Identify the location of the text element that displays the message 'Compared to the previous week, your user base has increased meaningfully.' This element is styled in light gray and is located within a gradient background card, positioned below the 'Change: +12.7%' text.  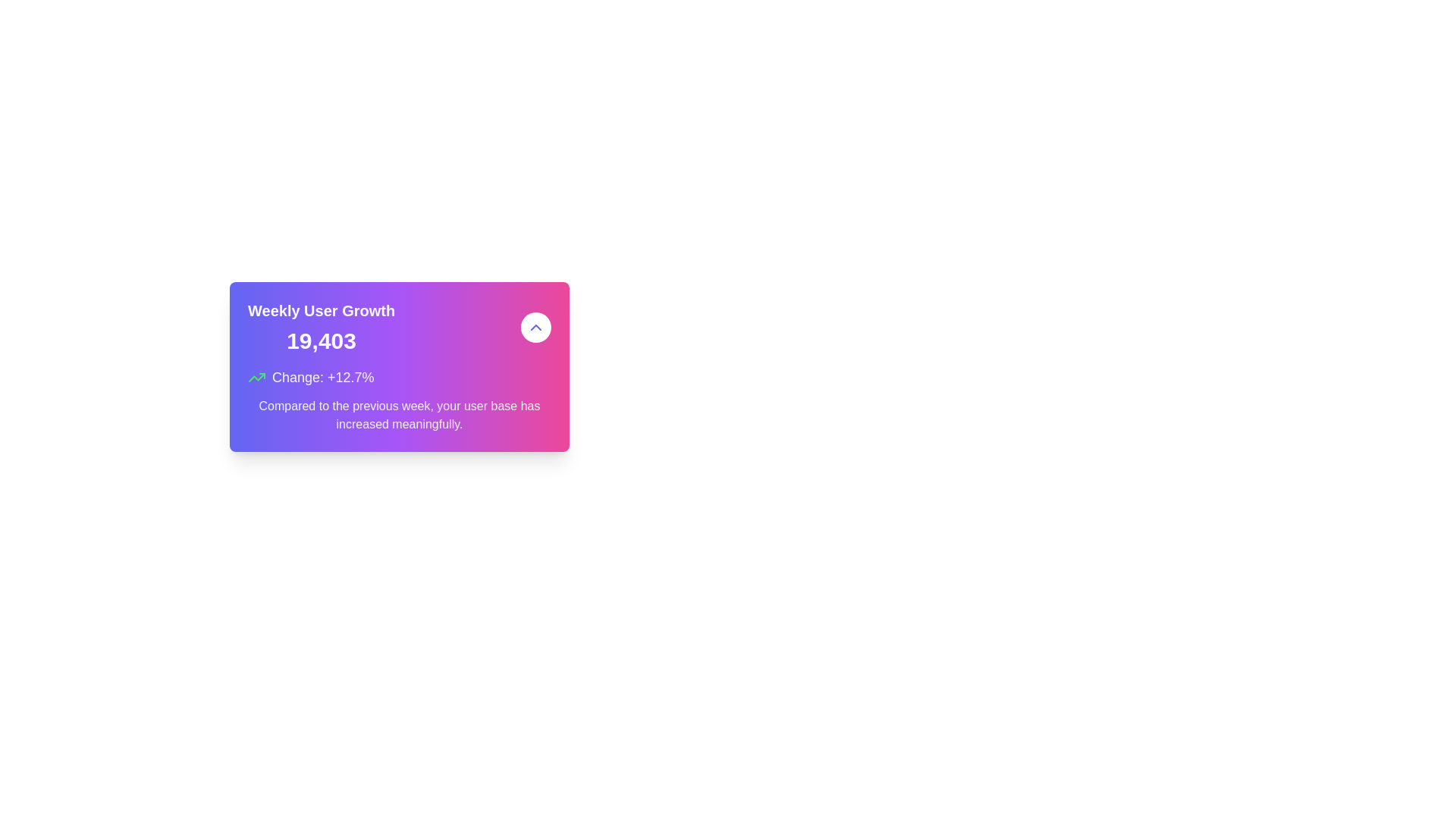
(400, 415).